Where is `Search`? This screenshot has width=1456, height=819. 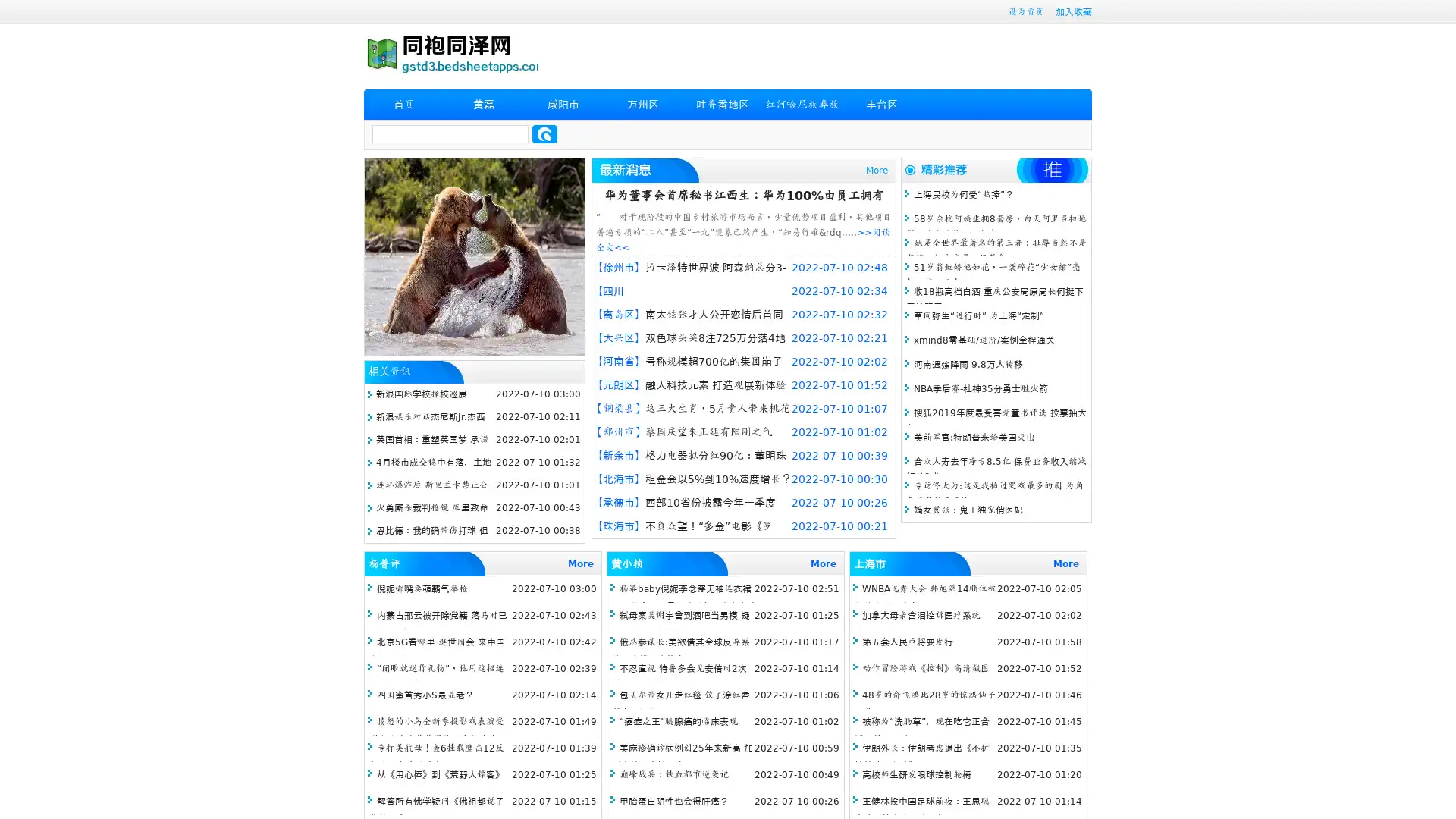 Search is located at coordinates (544, 133).